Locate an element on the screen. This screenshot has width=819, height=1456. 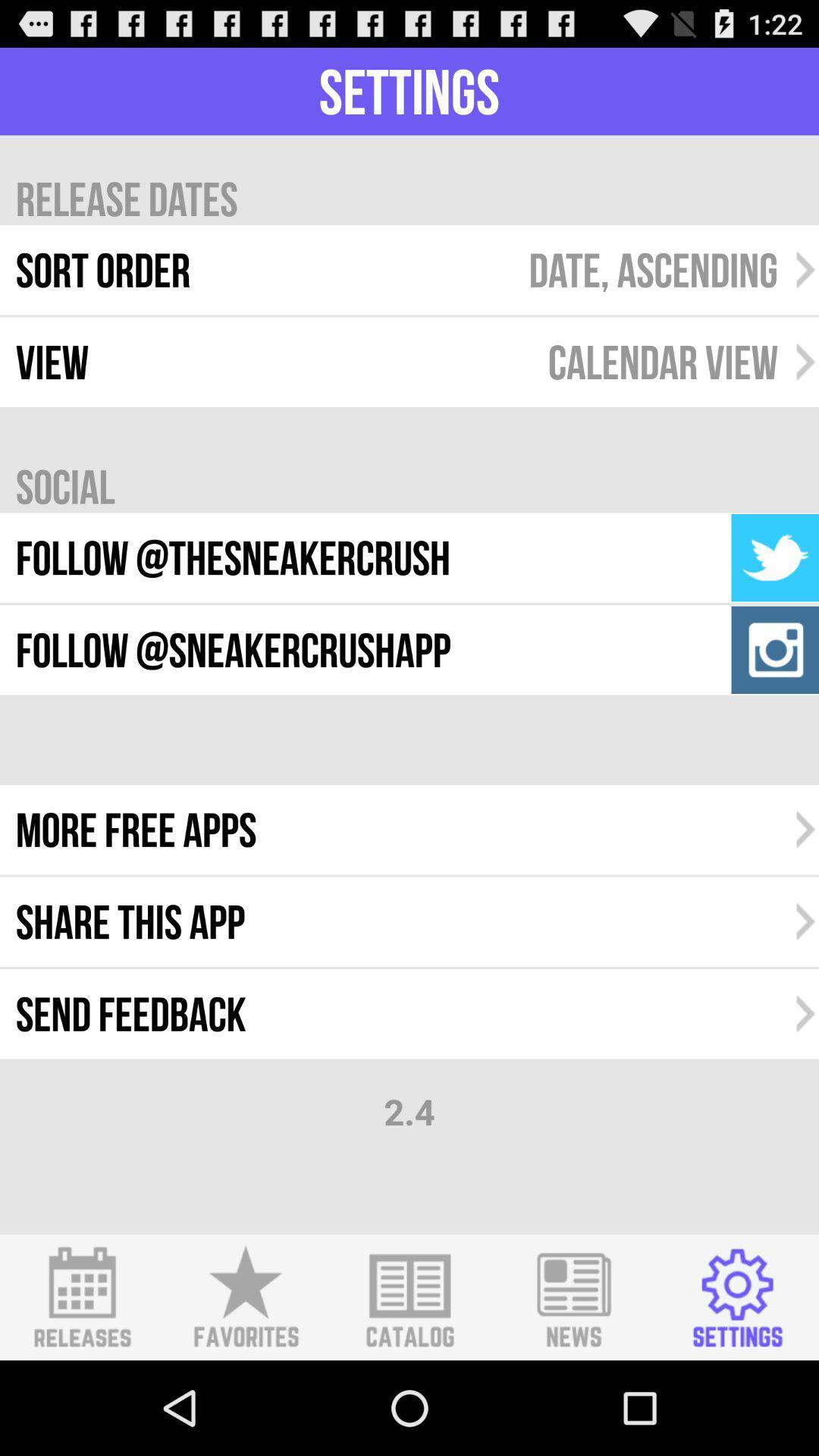
releases is located at coordinates (82, 1297).